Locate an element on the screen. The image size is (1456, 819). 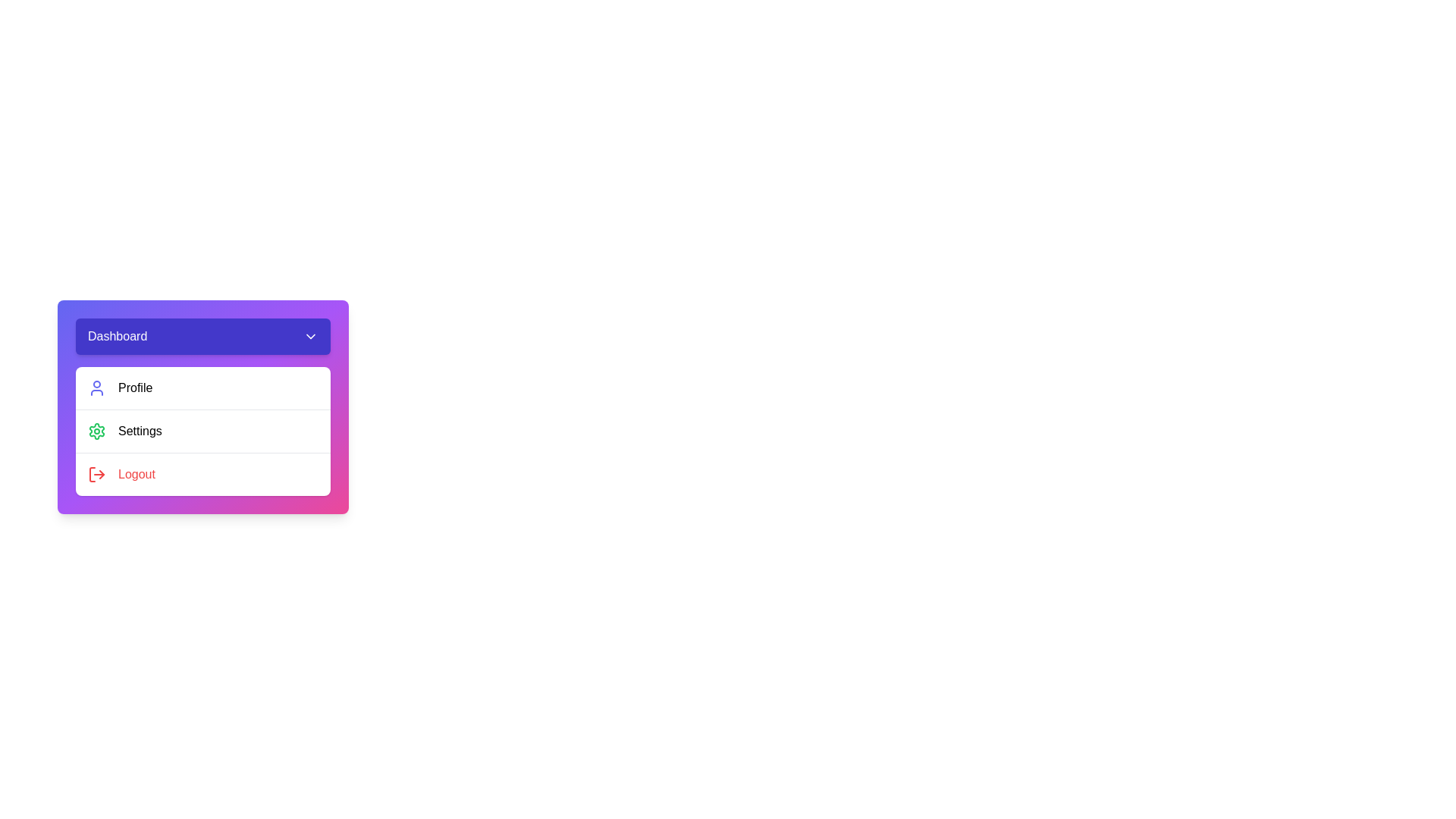
the 'Logout' option in the menu is located at coordinates (202, 473).